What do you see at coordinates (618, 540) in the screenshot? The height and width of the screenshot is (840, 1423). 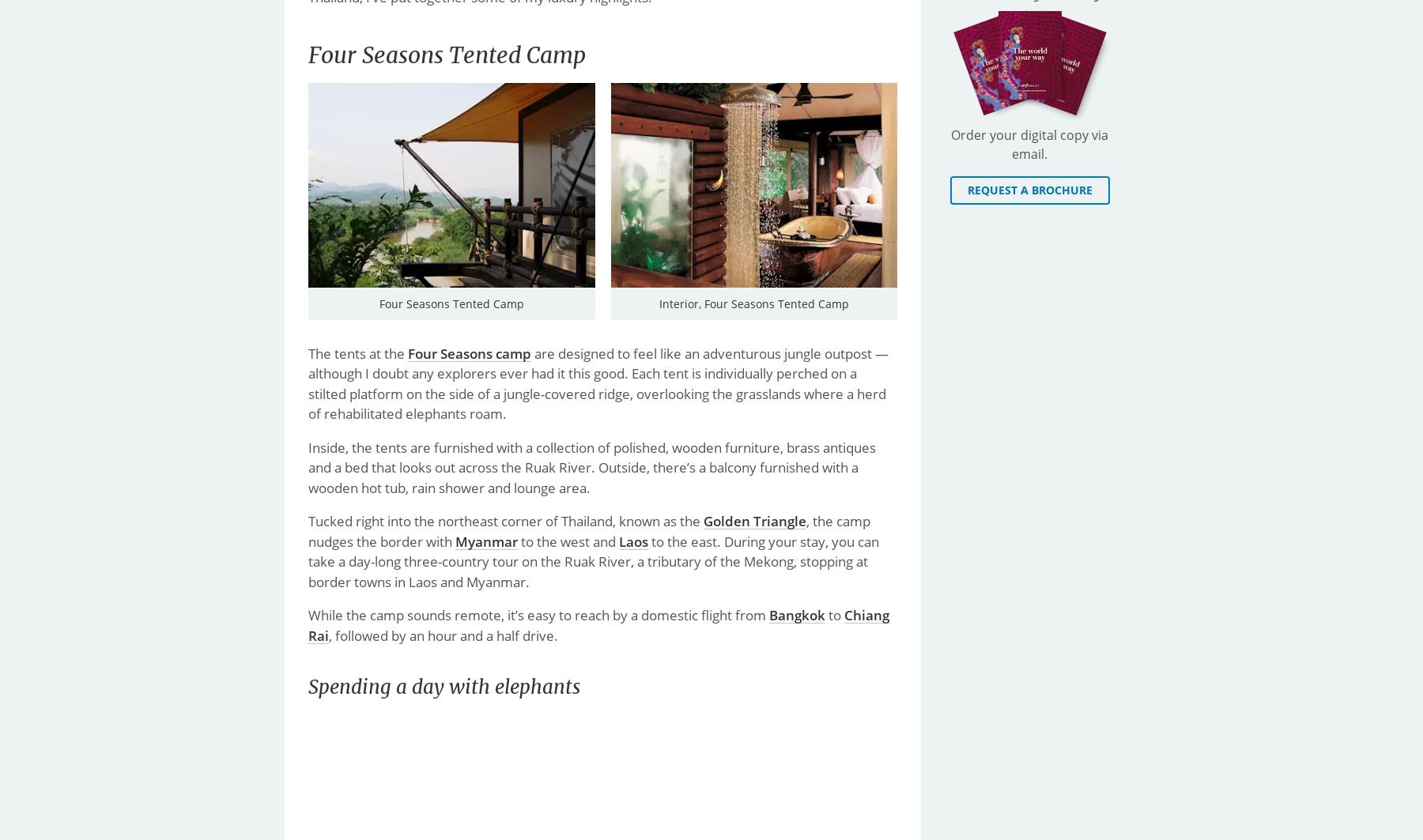 I see `'Laos'` at bounding box center [618, 540].